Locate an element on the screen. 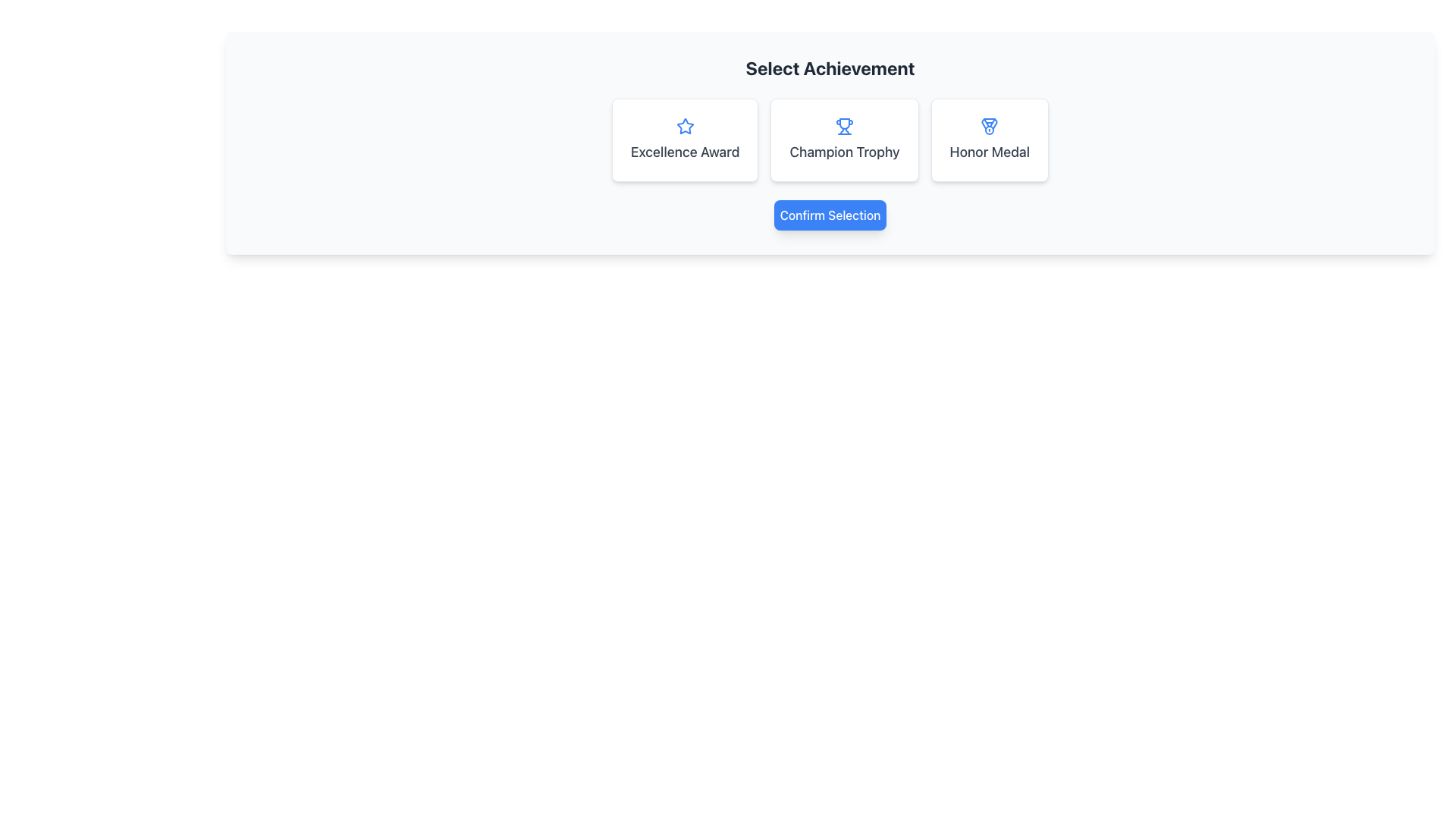 The width and height of the screenshot is (1456, 819). the 'Honor Medal' icon in the achievement selection interface, which is the third option among three horizontally aligned options is located at coordinates (990, 125).